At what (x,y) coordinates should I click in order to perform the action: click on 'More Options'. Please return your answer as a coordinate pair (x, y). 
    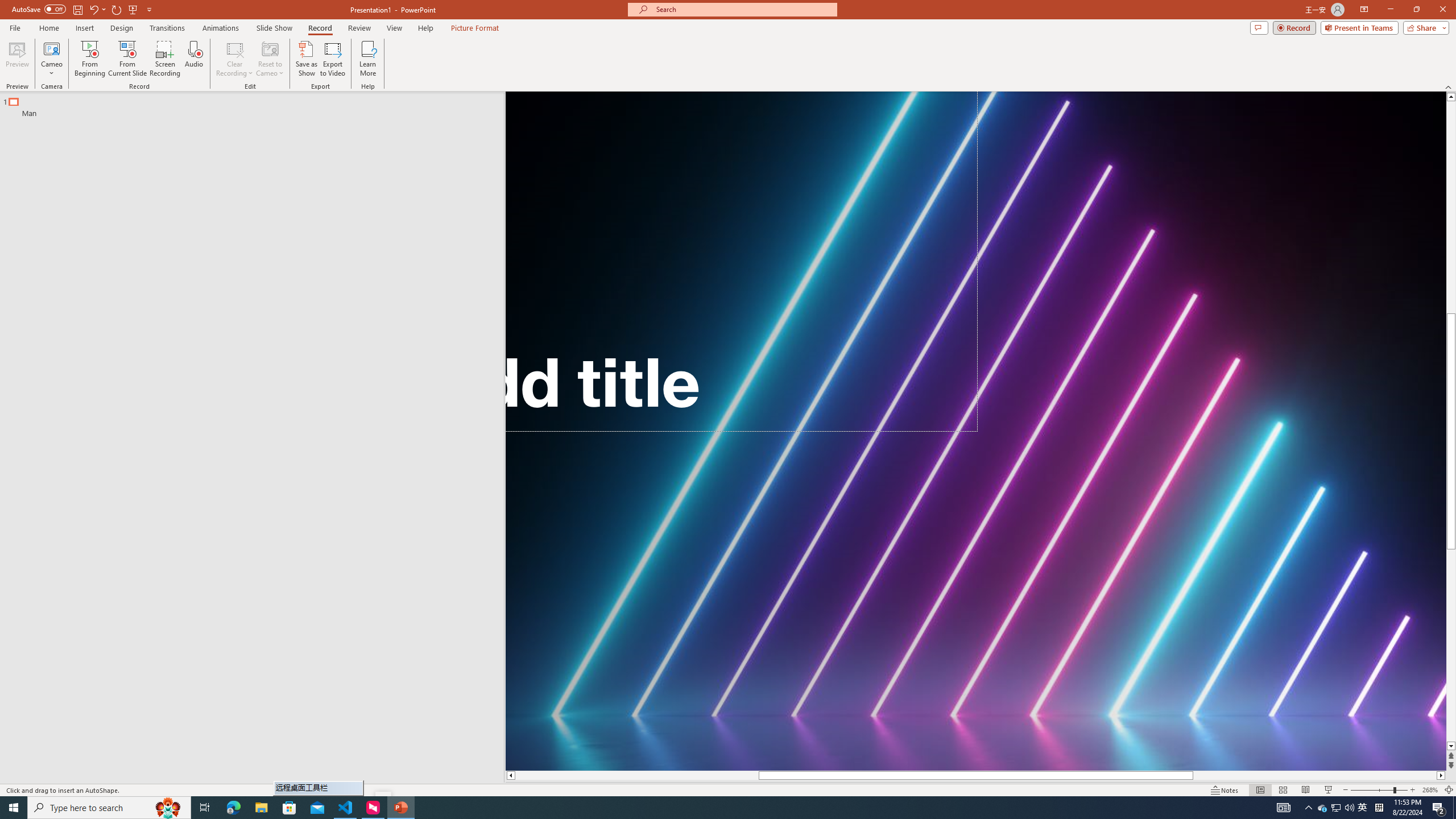
    Looking at the image, I should click on (51, 68).